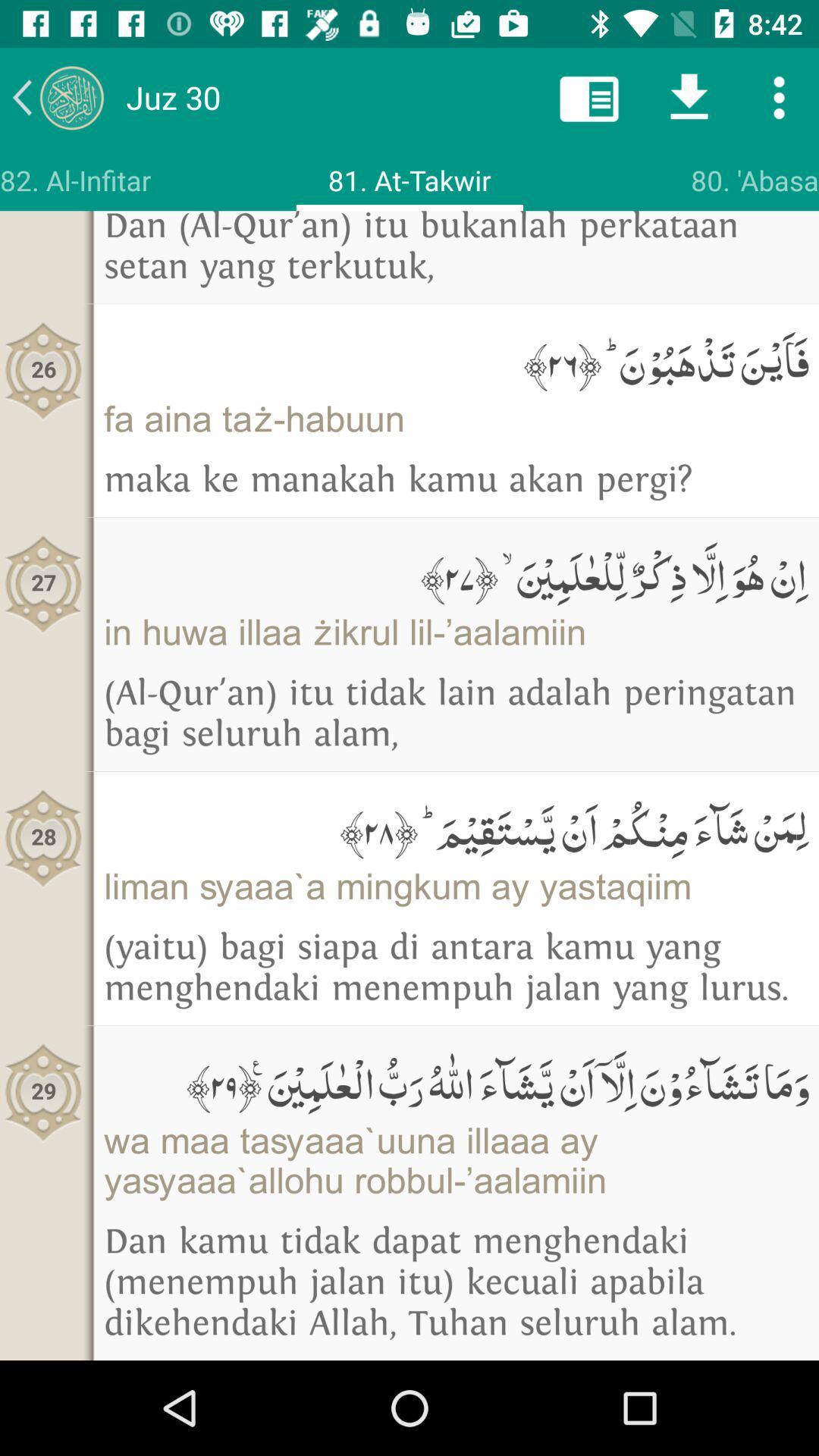  What do you see at coordinates (779, 96) in the screenshot?
I see `the more icon` at bounding box center [779, 96].